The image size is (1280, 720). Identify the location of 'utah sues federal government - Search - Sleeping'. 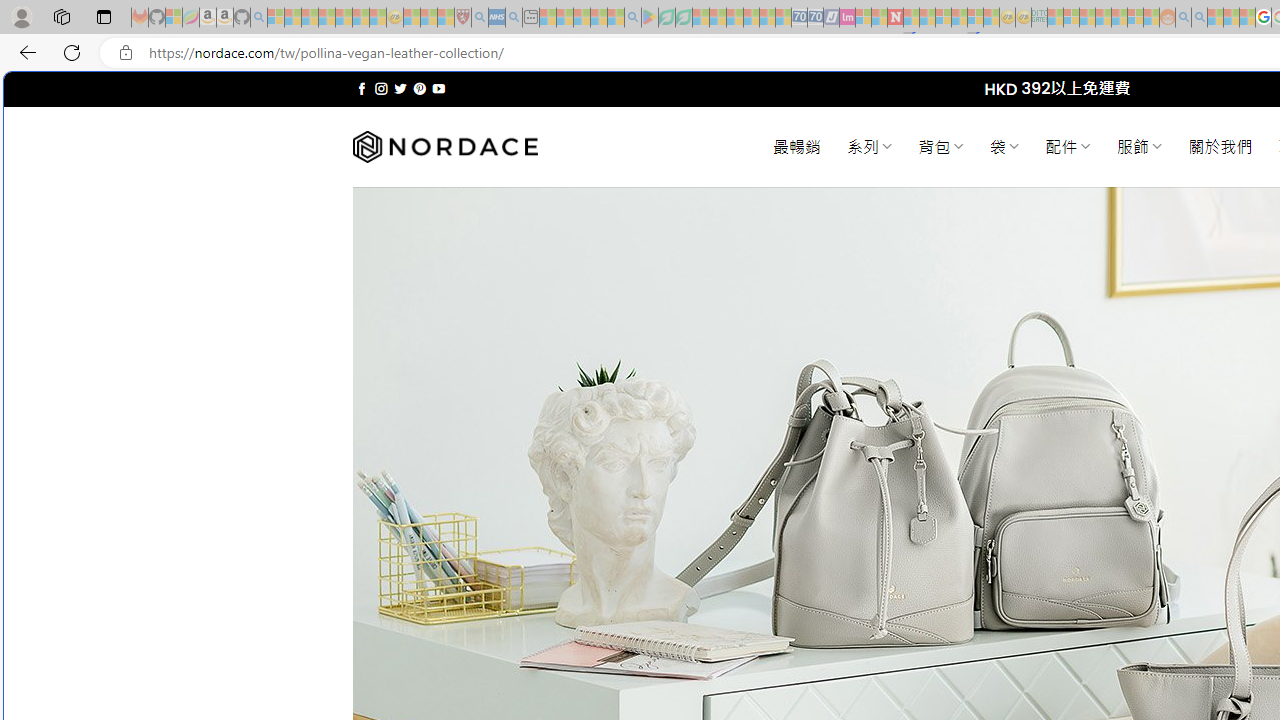
(513, 17).